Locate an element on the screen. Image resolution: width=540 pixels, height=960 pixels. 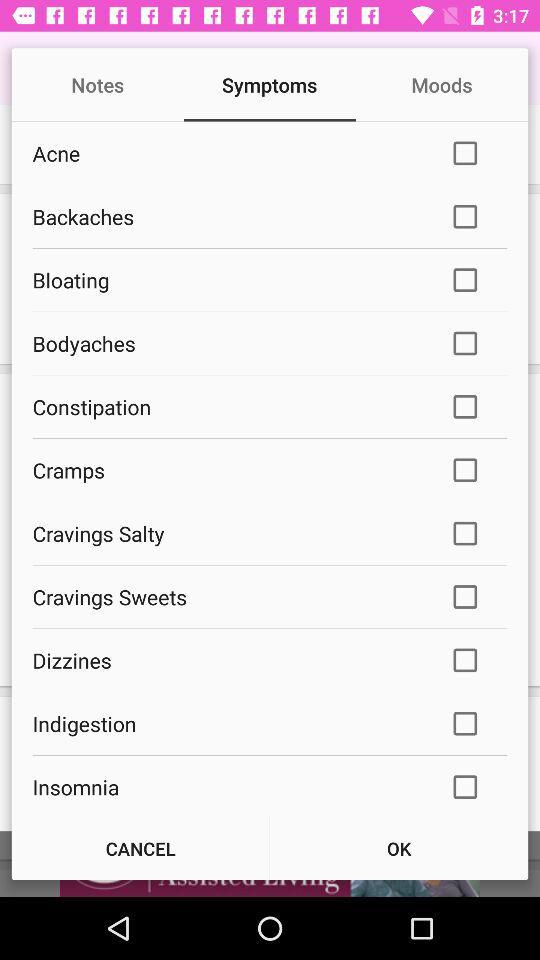
icon at the bottom left corner is located at coordinates (139, 847).